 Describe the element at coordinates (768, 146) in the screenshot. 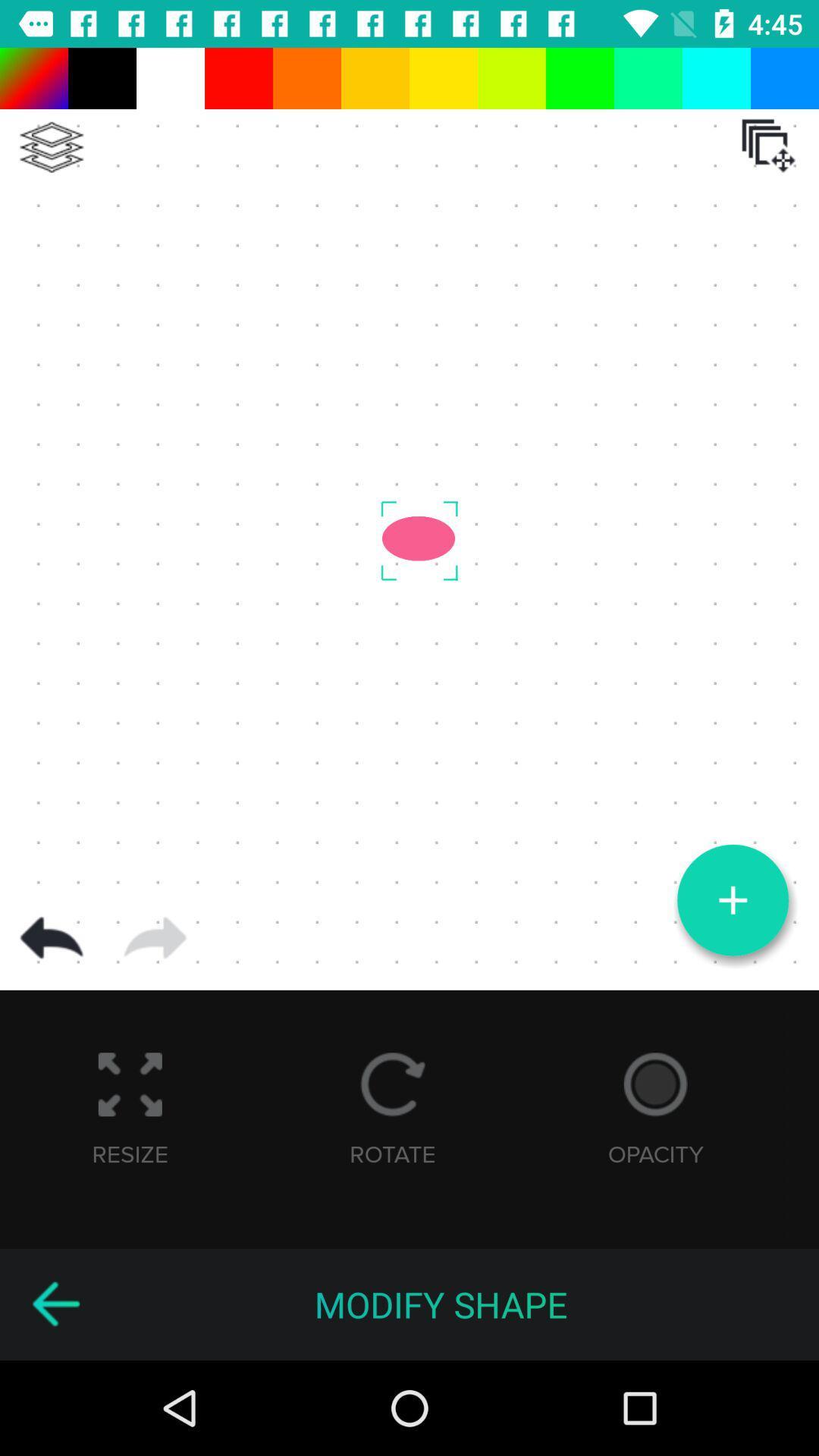

I see `change canvas size for art` at that location.